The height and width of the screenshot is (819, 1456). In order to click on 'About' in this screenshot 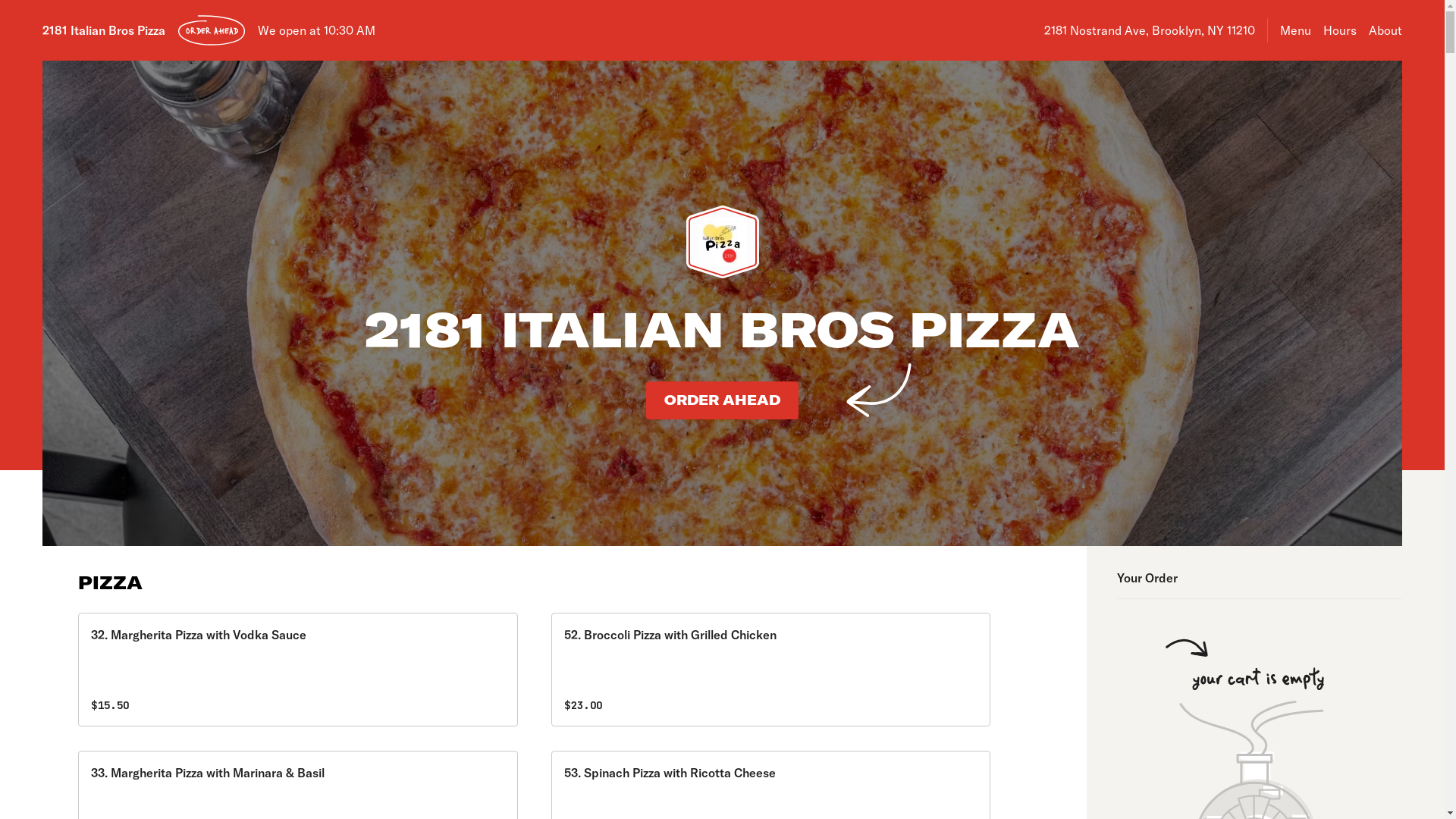, I will do `click(1385, 30)`.